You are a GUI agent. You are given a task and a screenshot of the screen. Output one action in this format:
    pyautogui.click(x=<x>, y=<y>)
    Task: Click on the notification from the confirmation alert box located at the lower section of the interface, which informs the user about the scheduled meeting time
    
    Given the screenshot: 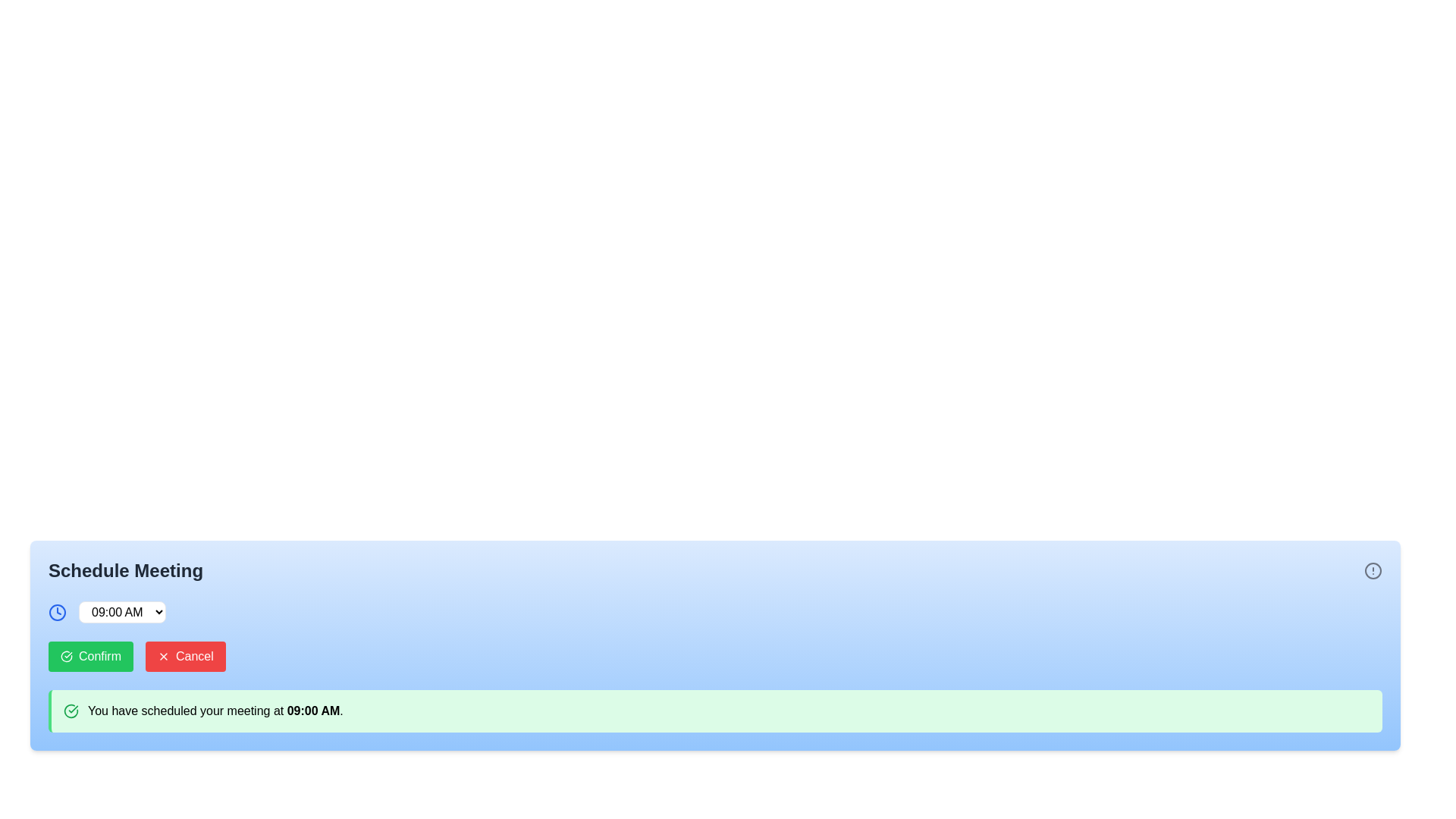 What is the action you would take?
    pyautogui.click(x=714, y=711)
    